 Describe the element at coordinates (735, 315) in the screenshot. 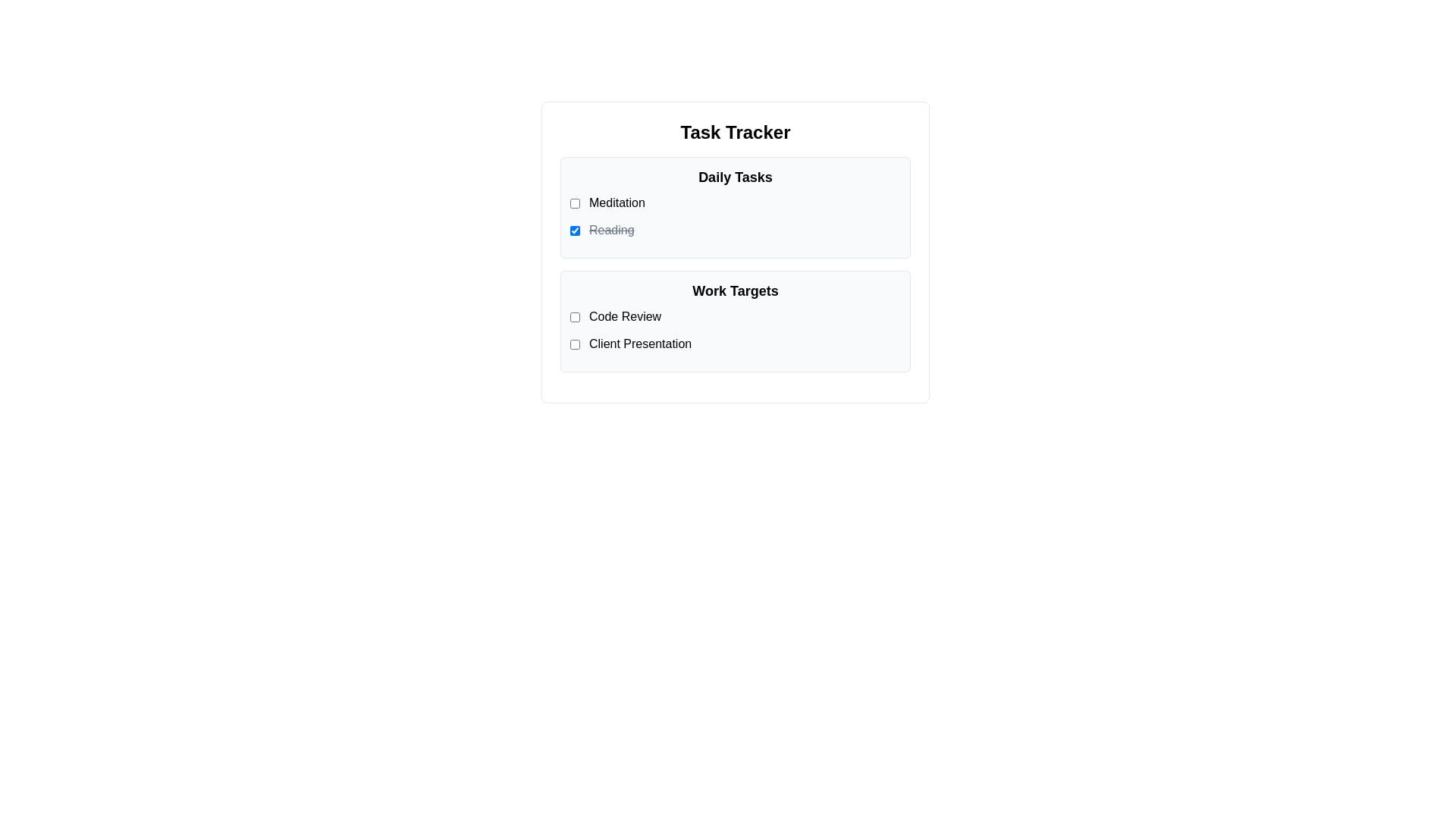

I see `the checkbox associated with the 'Code Review' task label` at that location.